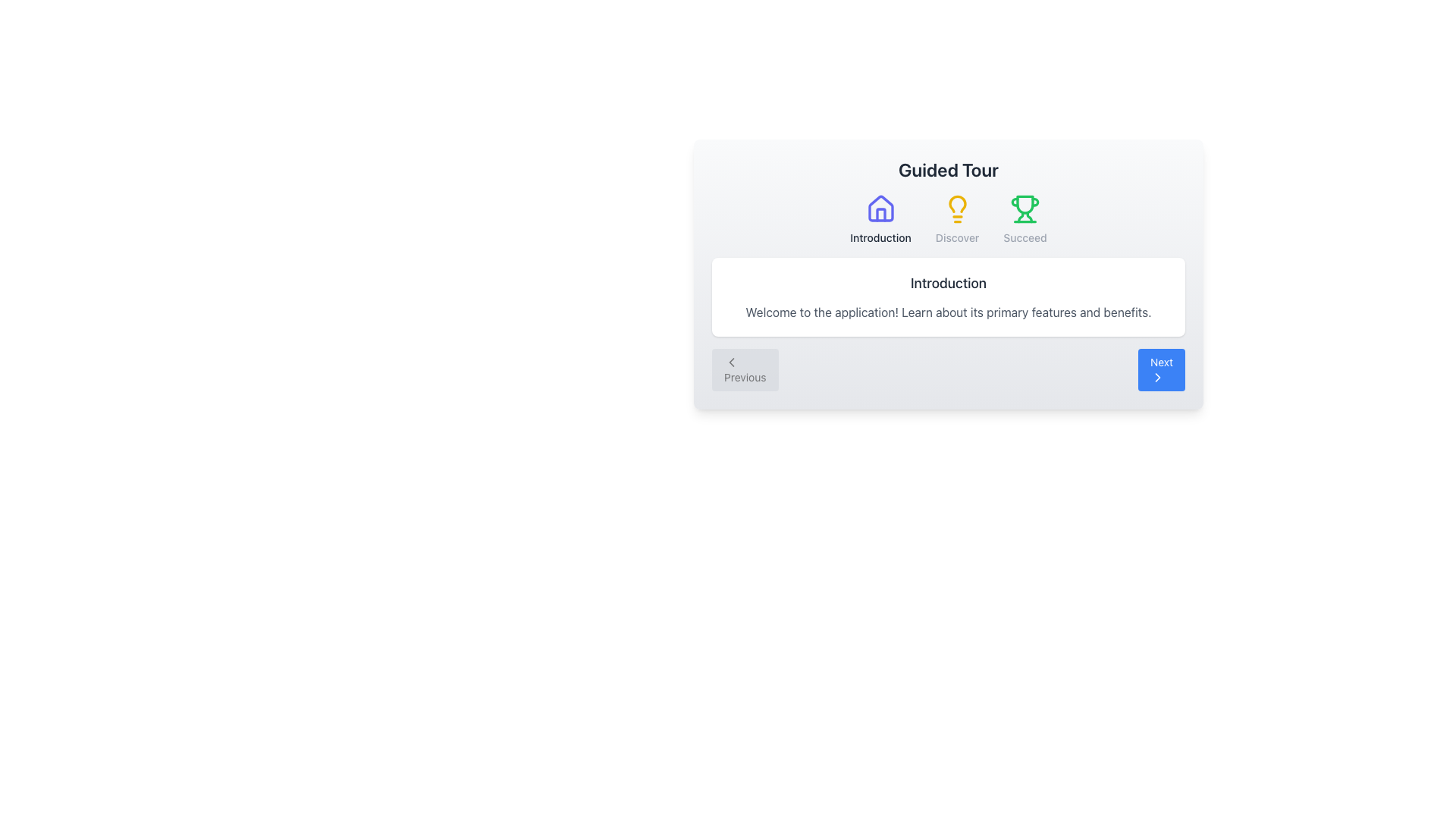 The width and height of the screenshot is (1456, 819). Describe the element at coordinates (1025, 209) in the screenshot. I see `the green trophy icon under the 'Succeed' label` at that location.